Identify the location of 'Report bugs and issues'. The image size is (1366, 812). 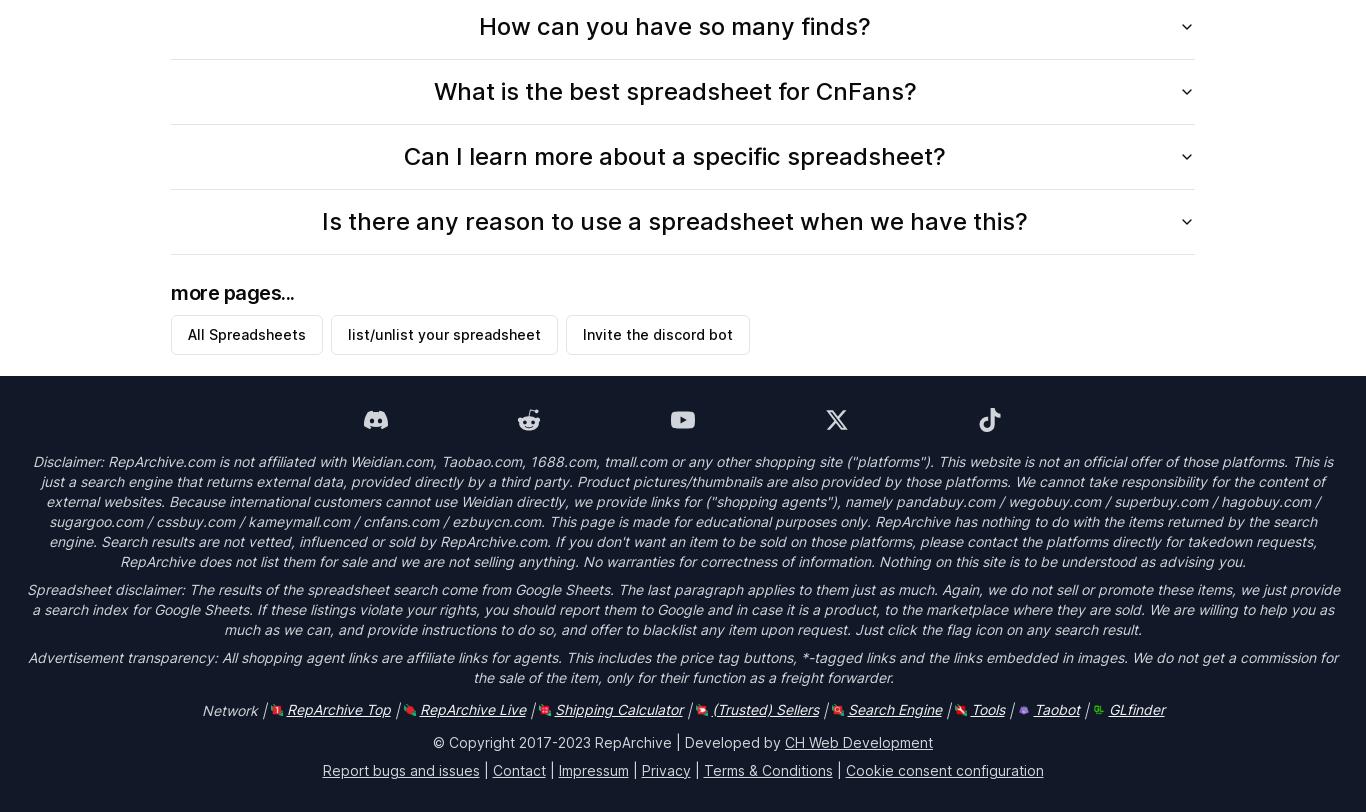
(399, 769).